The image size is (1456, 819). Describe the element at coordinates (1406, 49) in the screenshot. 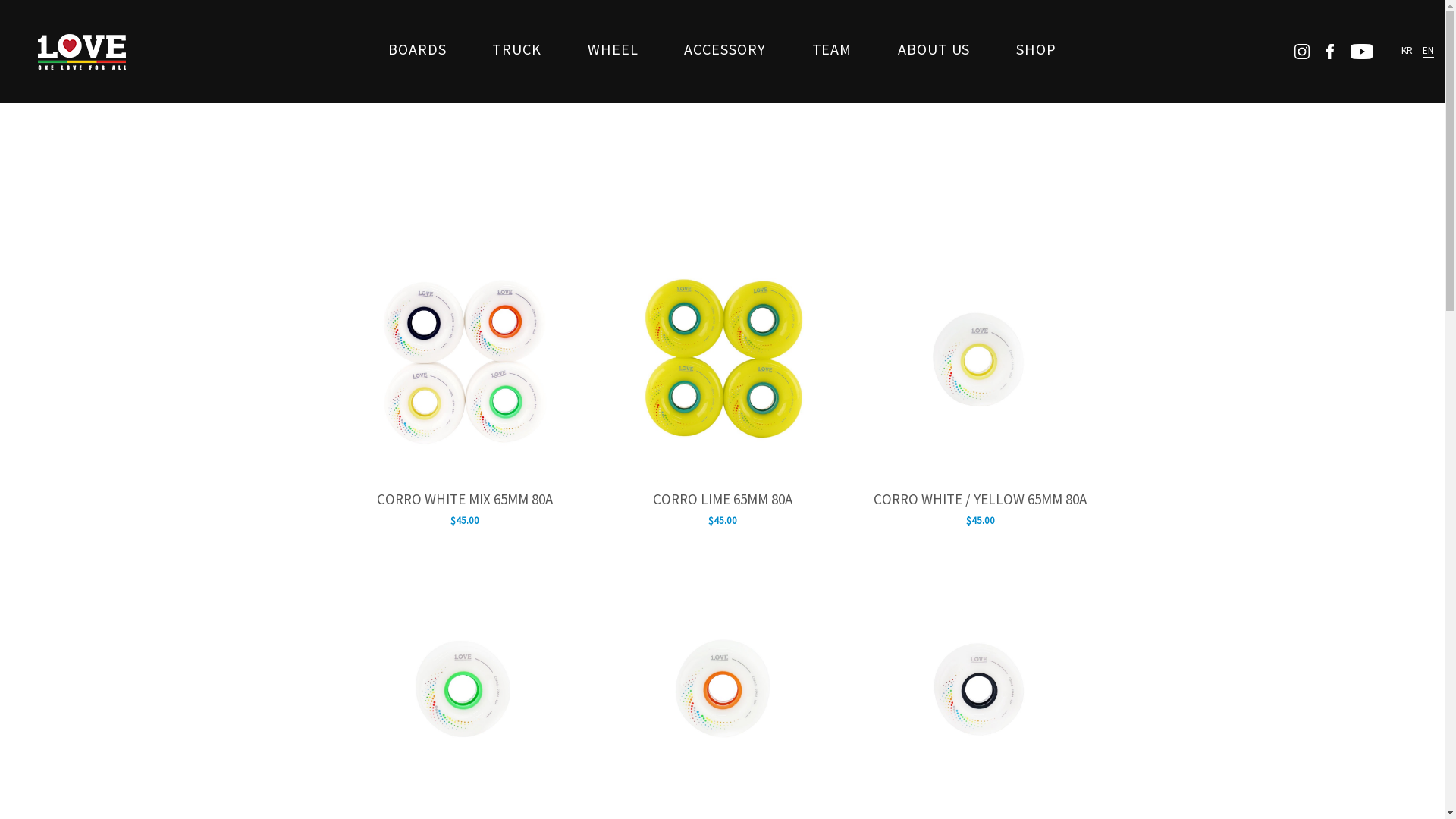

I see `'KR'` at that location.